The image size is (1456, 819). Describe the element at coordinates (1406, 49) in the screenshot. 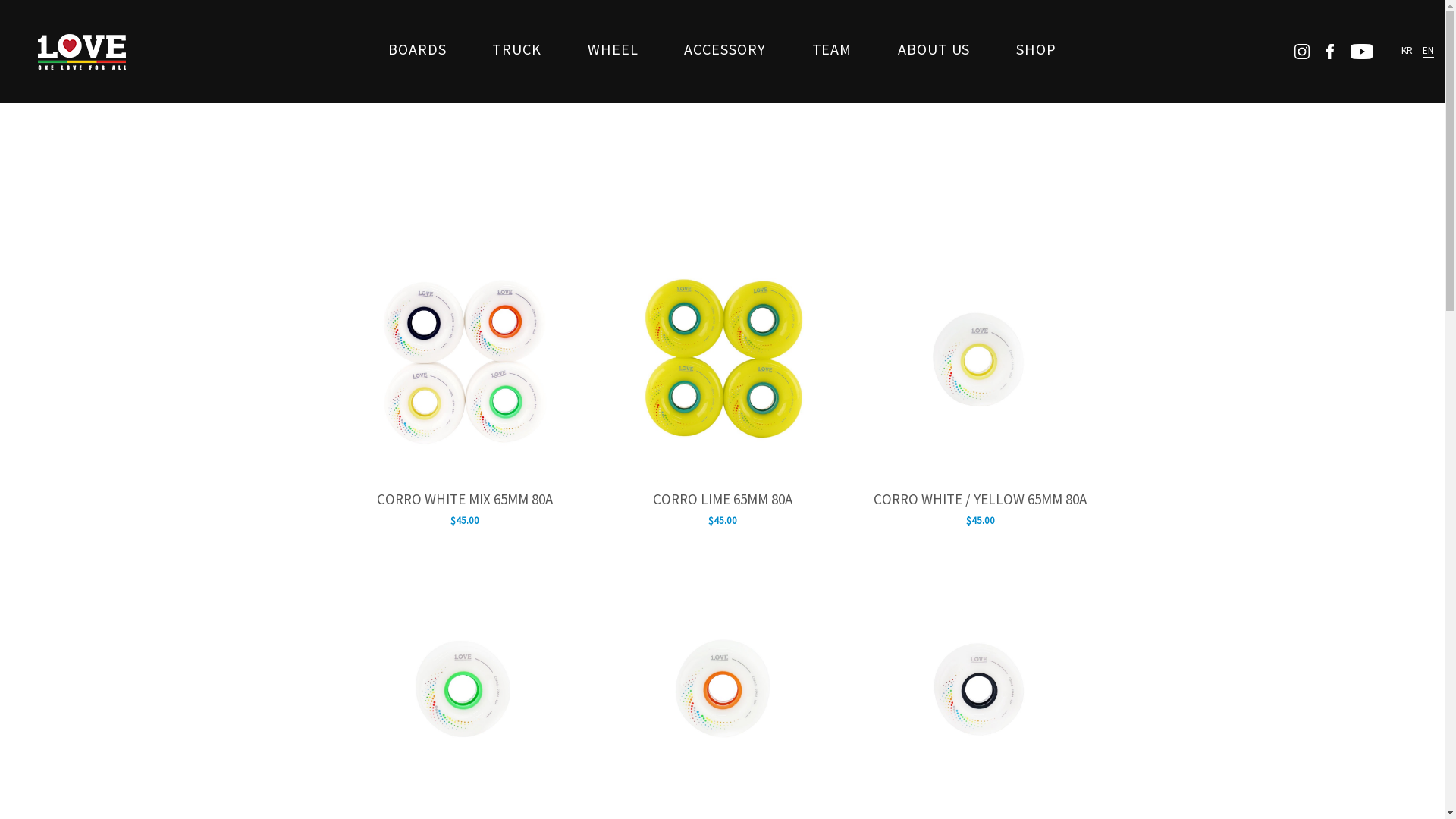

I see `'KR'` at that location.